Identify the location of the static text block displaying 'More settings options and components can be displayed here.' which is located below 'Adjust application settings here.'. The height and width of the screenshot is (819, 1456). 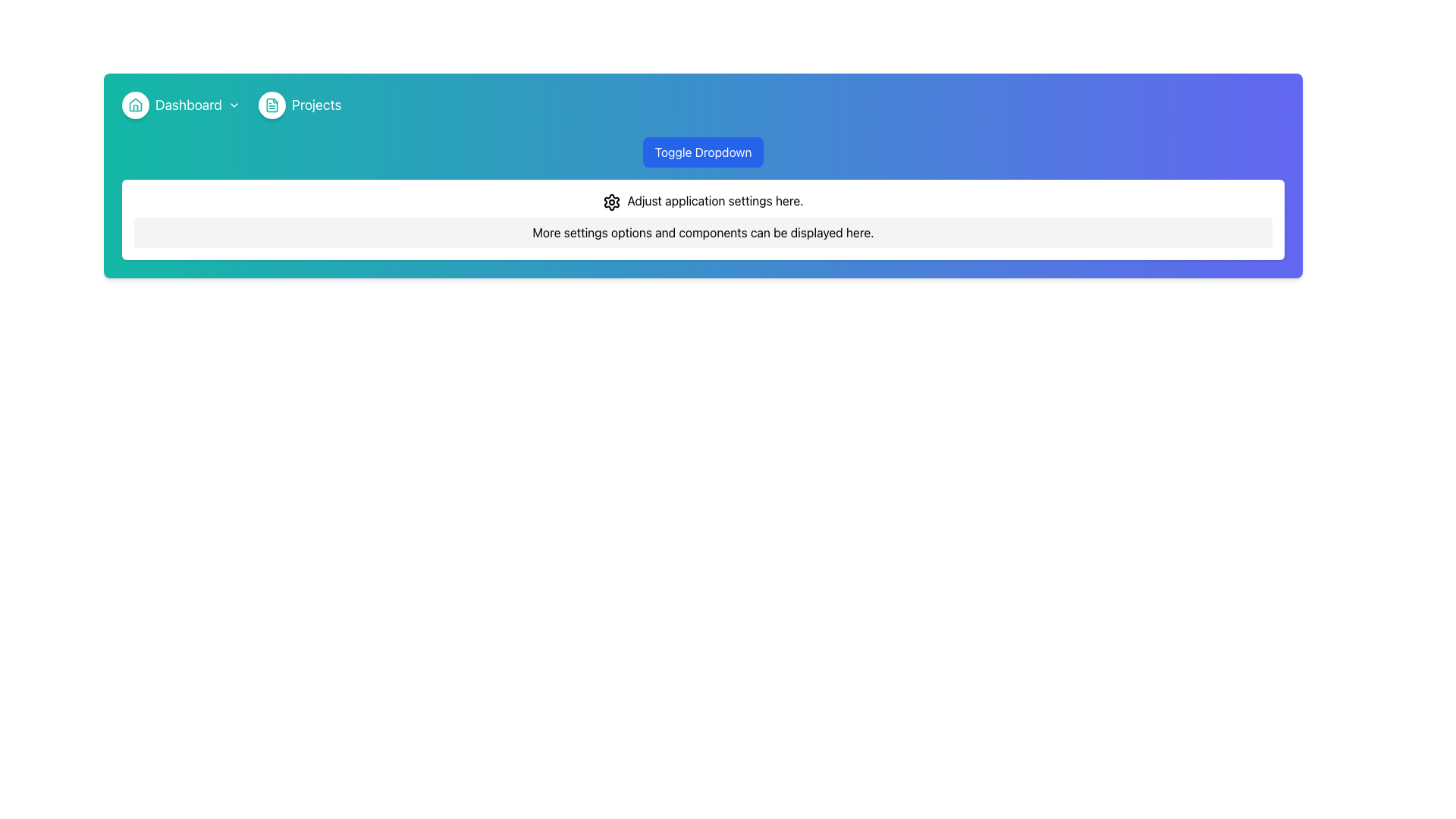
(702, 232).